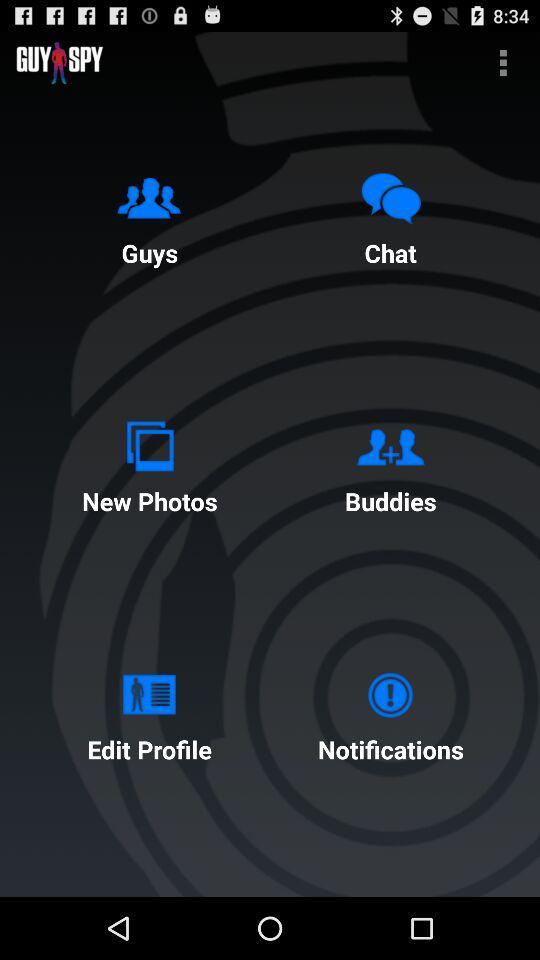  I want to click on item to the right of the new photos icon, so click(390, 463).